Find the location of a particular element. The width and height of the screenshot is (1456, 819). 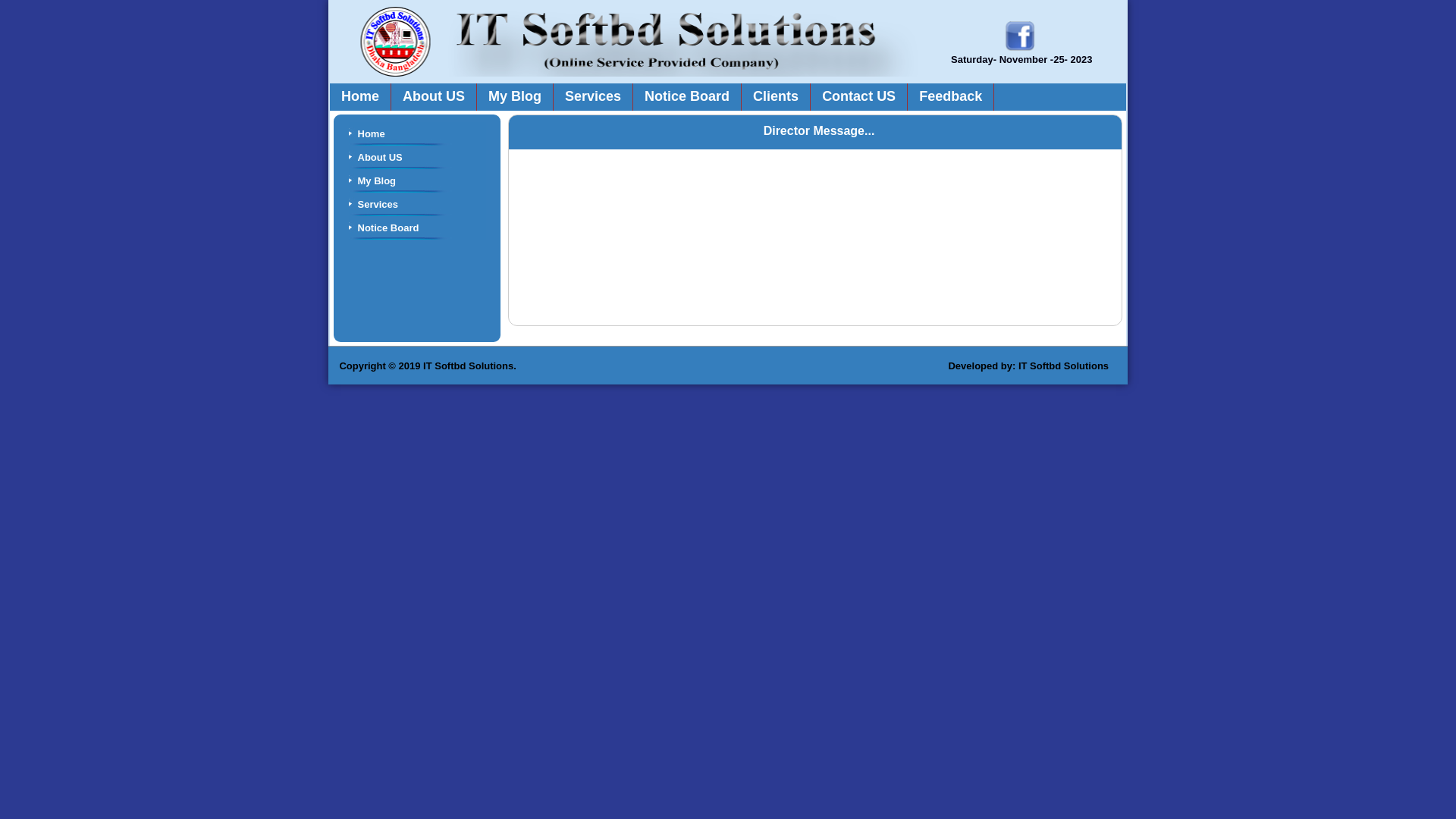

'Home' is located at coordinates (359, 96).